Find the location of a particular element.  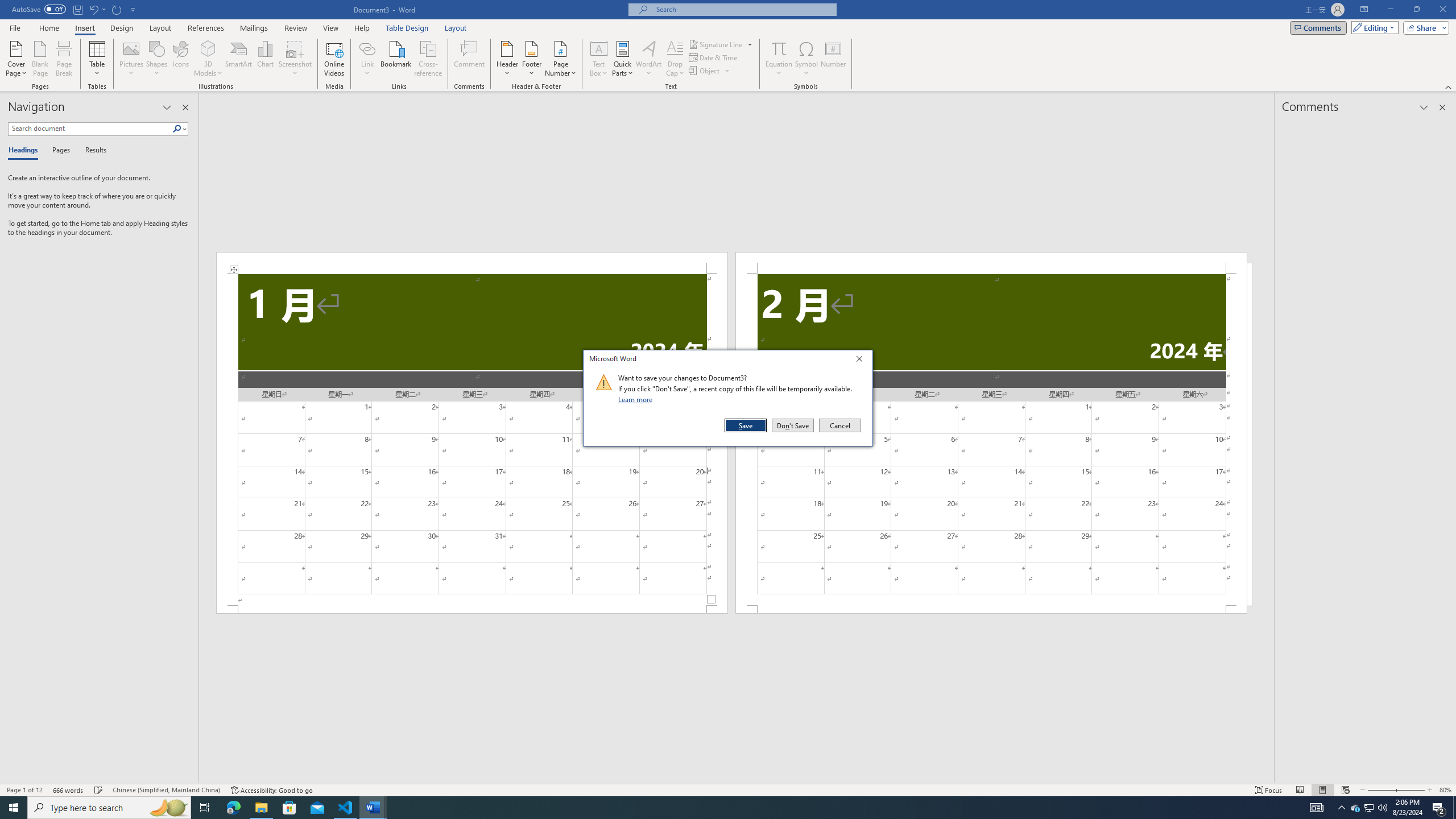

'Type here to search' is located at coordinates (109, 806).